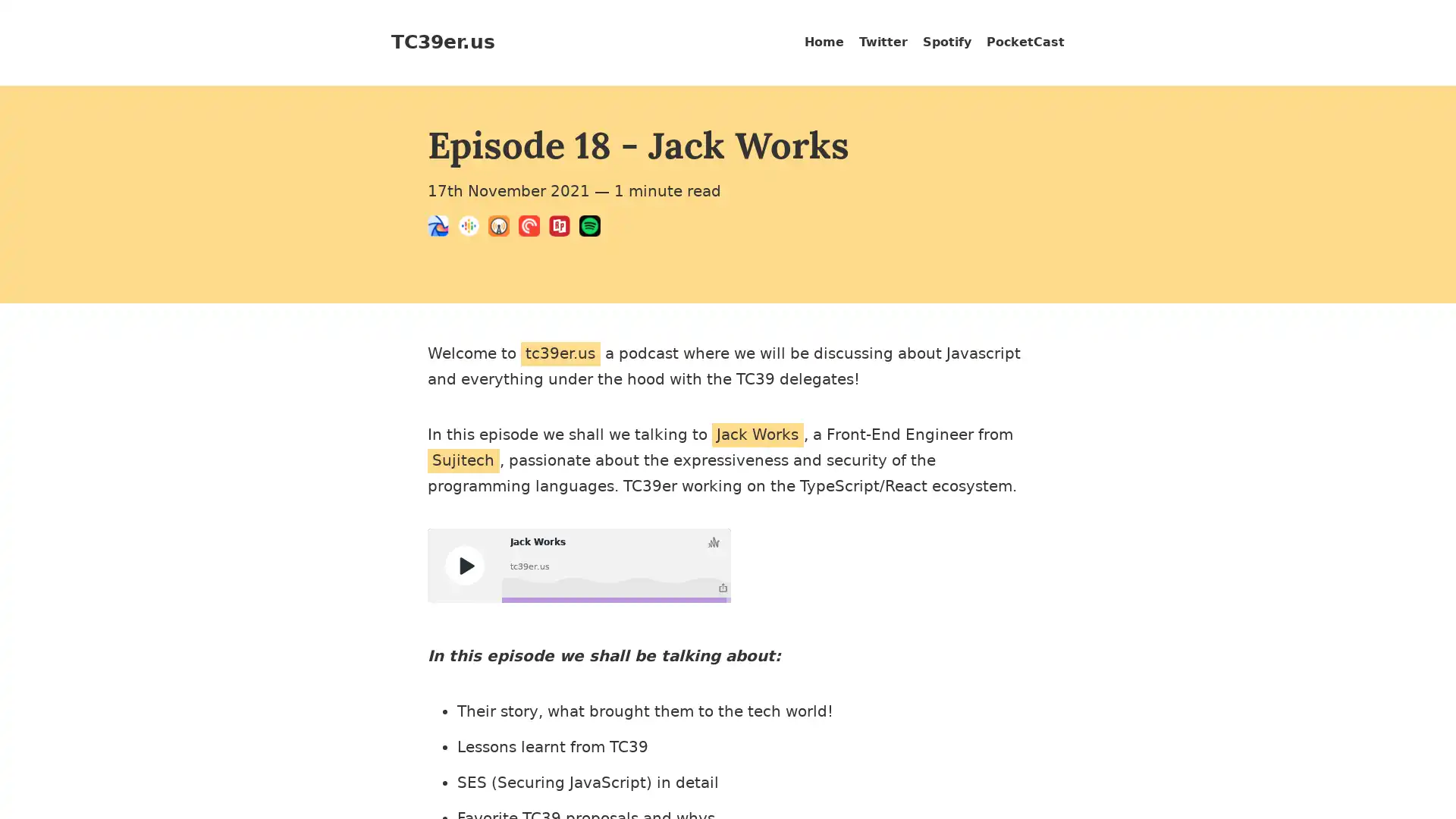 Image resolution: width=1456 pixels, height=819 pixels. What do you see at coordinates (534, 228) in the screenshot?
I see `Pocket Casts Logo` at bounding box center [534, 228].